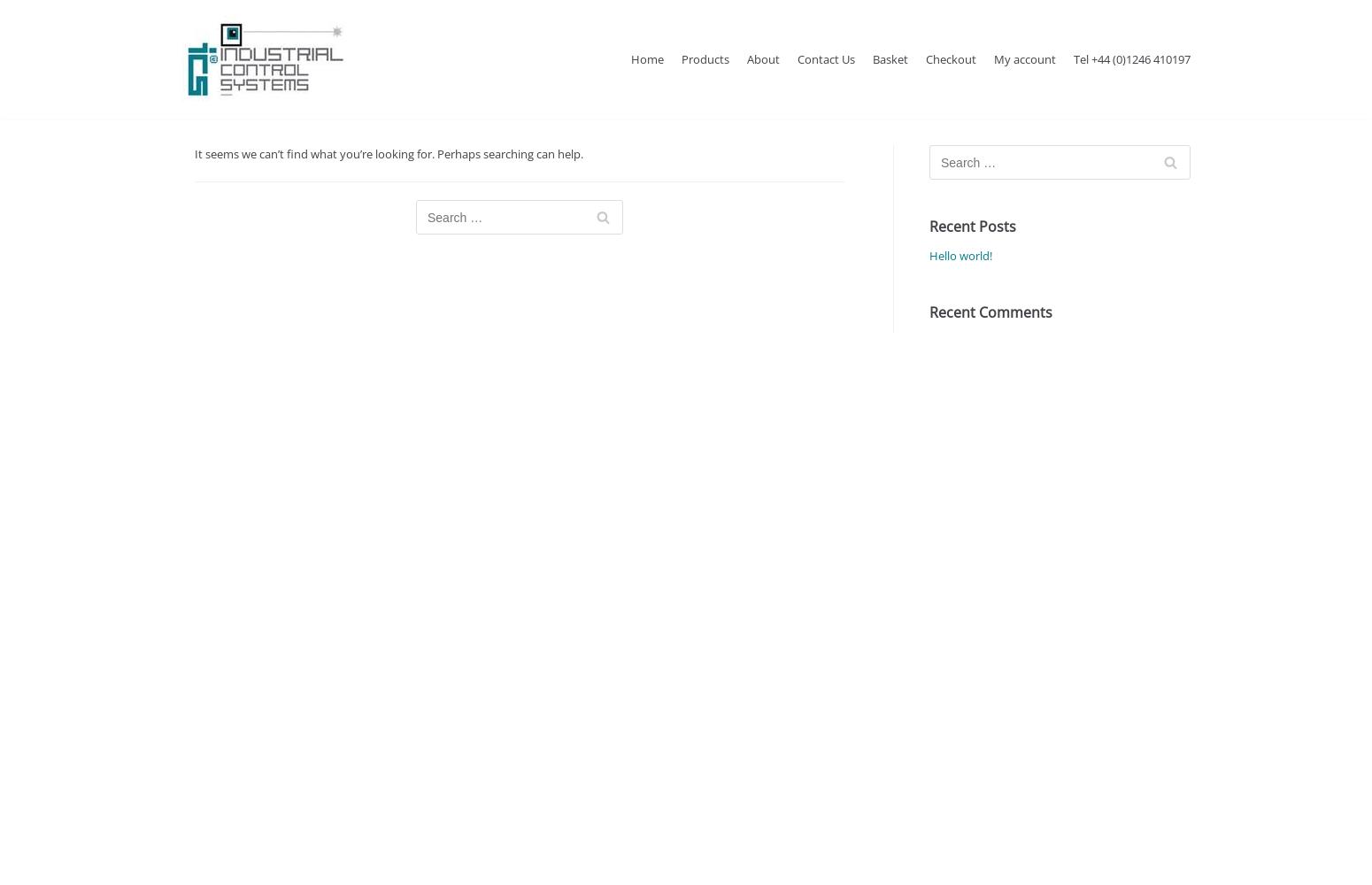 This screenshot has width=1372, height=885. What do you see at coordinates (1024, 58) in the screenshot?
I see `'My account'` at bounding box center [1024, 58].